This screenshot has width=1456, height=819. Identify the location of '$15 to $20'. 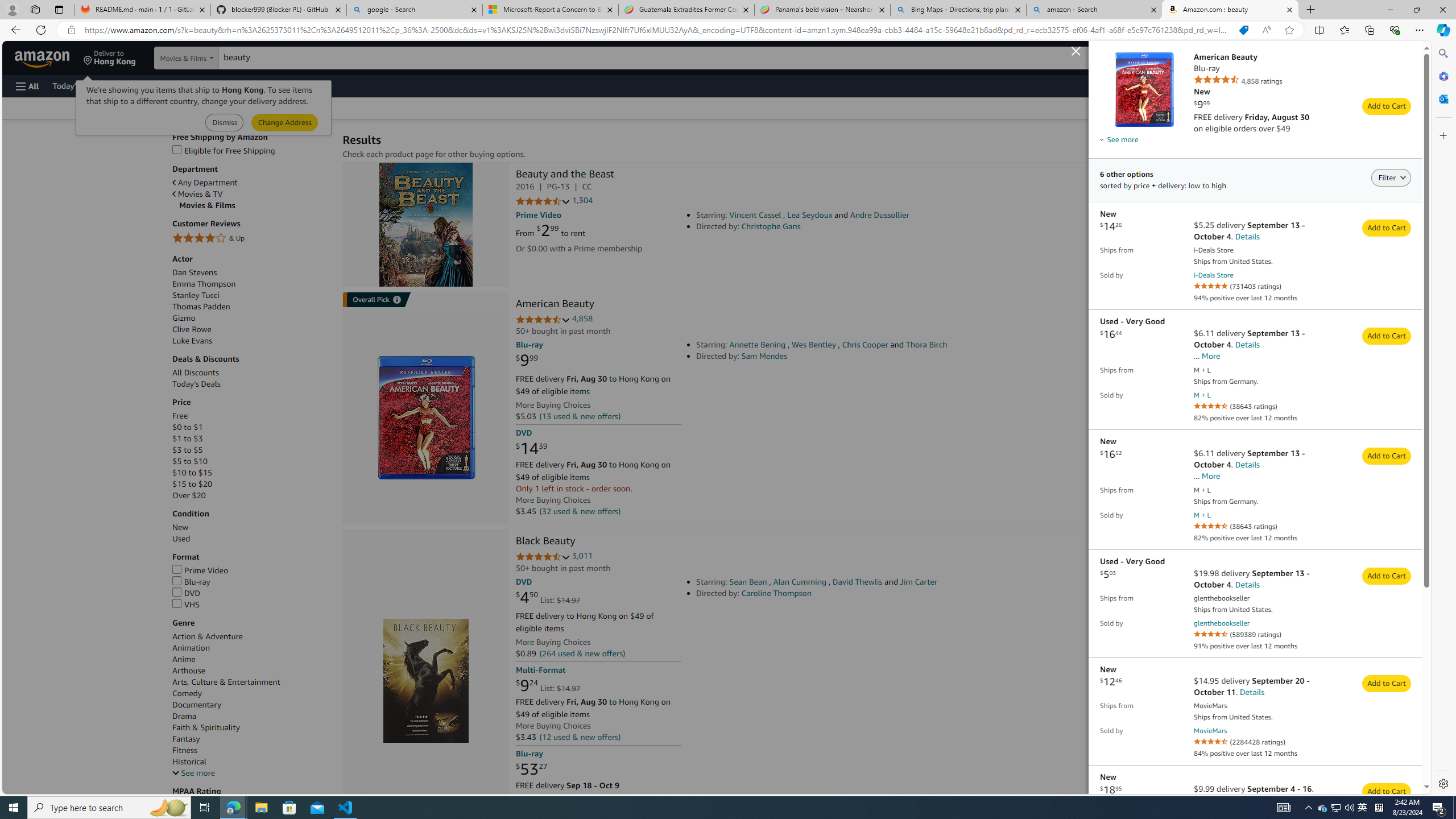
(251, 483).